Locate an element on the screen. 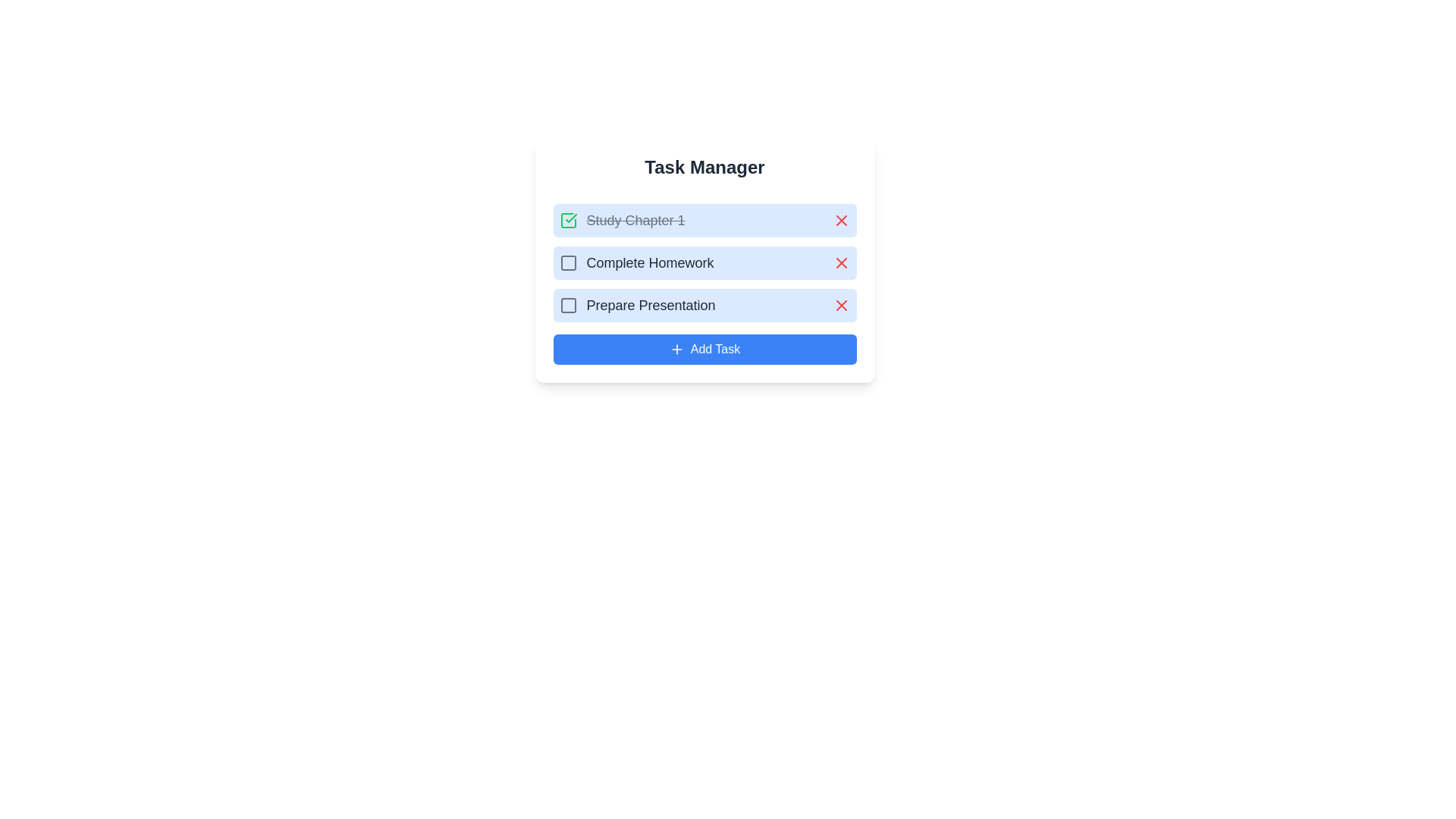 This screenshot has width=1456, height=819. the delete button for the task 'Study Chapter 1' is located at coordinates (840, 220).